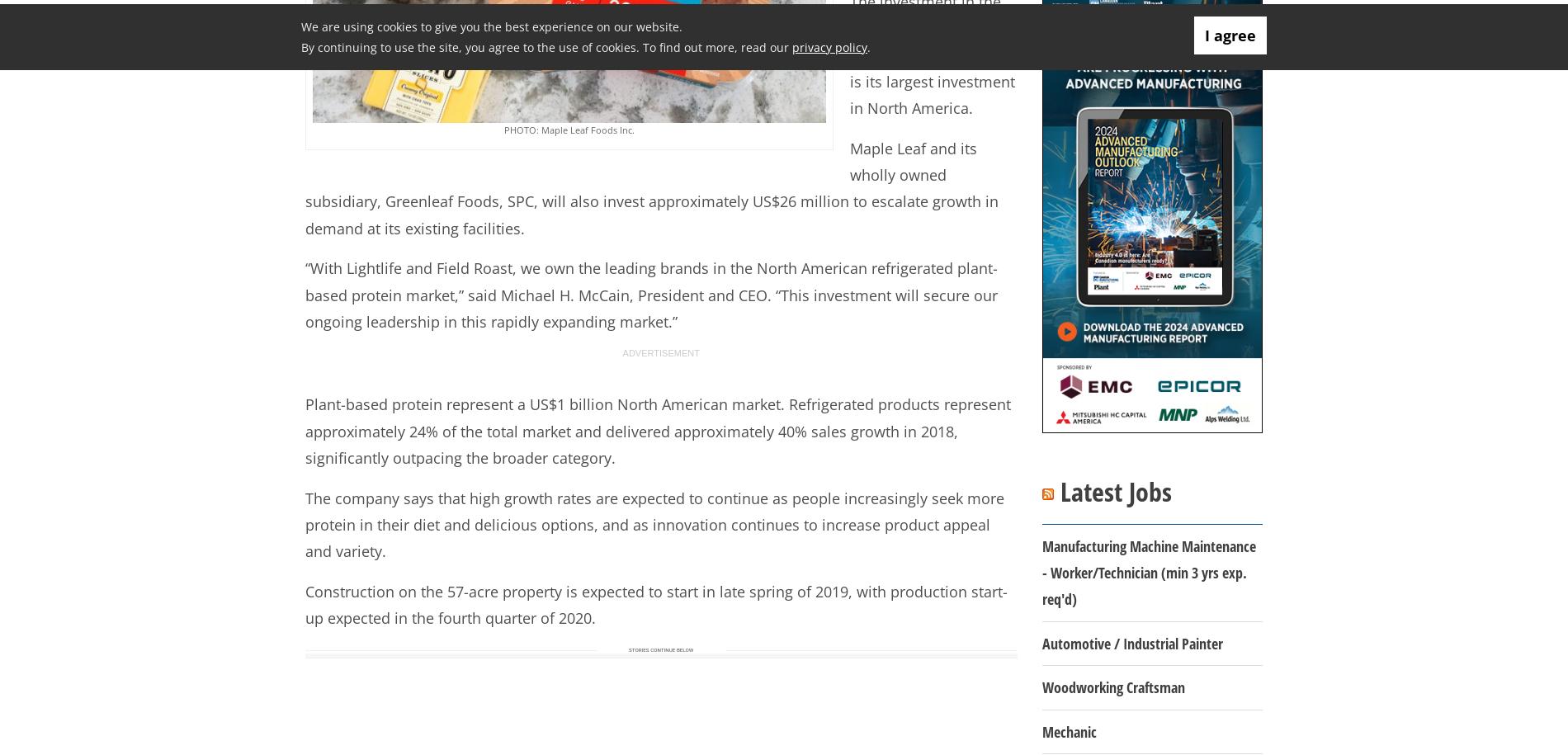  Describe the element at coordinates (829, 45) in the screenshot. I see `'privacy policy'` at that location.